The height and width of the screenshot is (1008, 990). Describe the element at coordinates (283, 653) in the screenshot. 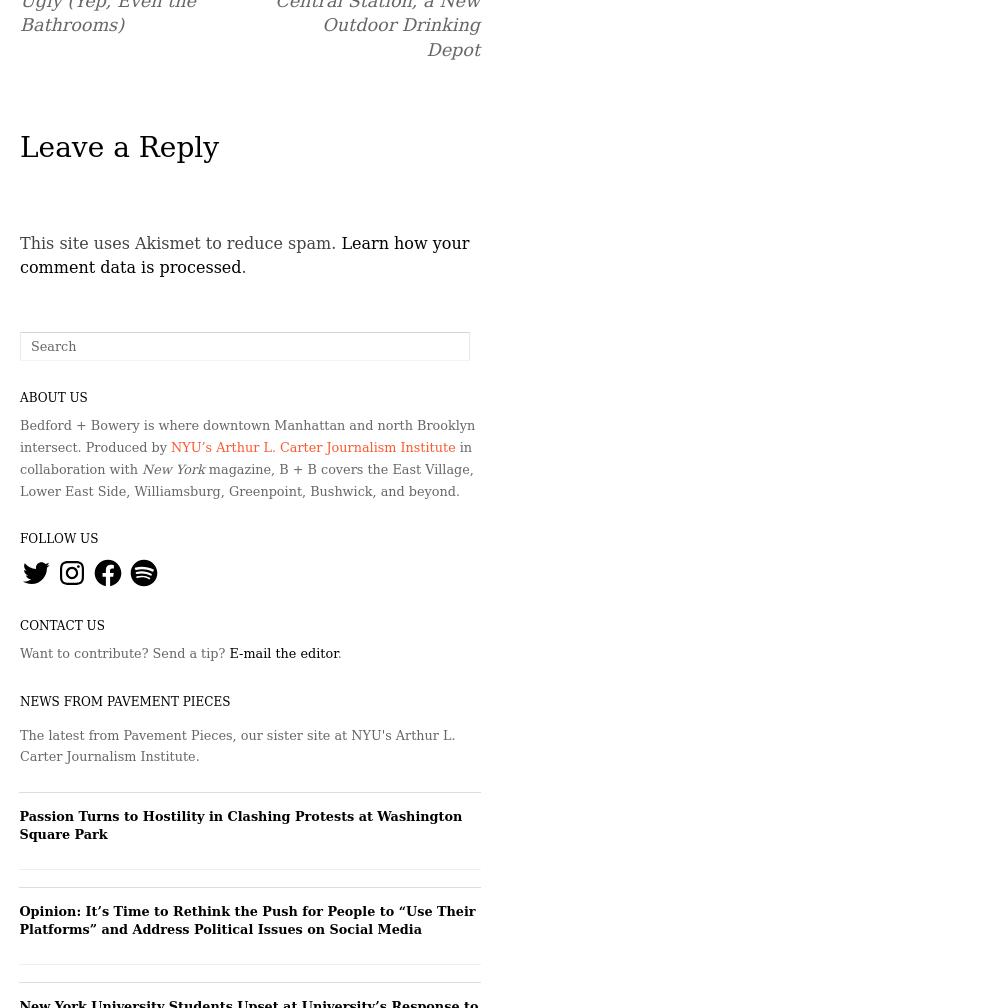

I see `'E-mail the editor'` at that location.